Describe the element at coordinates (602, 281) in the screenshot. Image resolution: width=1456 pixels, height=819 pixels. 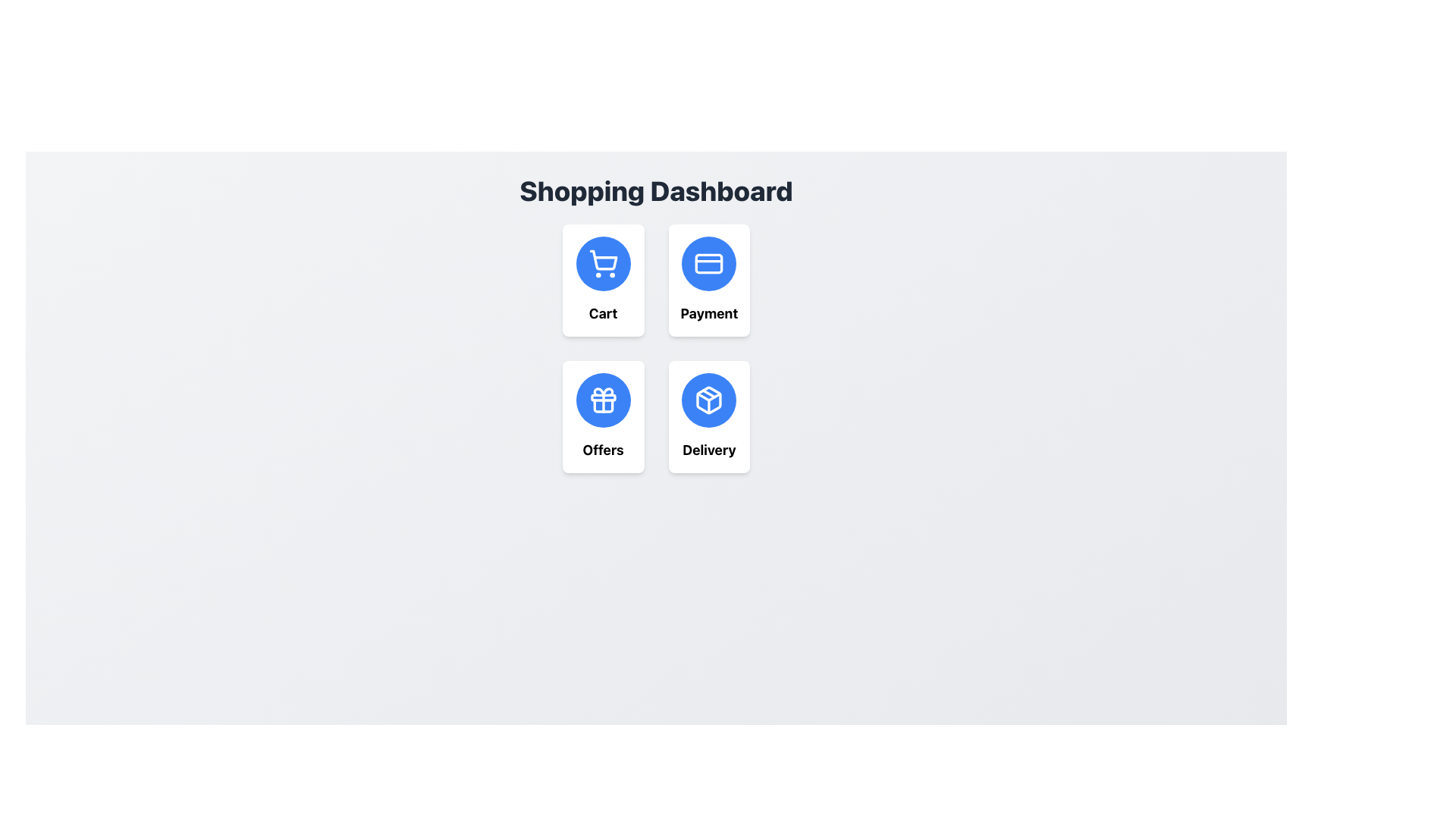
I see `the 'Cart' card component, which is the first card in the leftmost column of the shopping dashboard's card grid` at that location.